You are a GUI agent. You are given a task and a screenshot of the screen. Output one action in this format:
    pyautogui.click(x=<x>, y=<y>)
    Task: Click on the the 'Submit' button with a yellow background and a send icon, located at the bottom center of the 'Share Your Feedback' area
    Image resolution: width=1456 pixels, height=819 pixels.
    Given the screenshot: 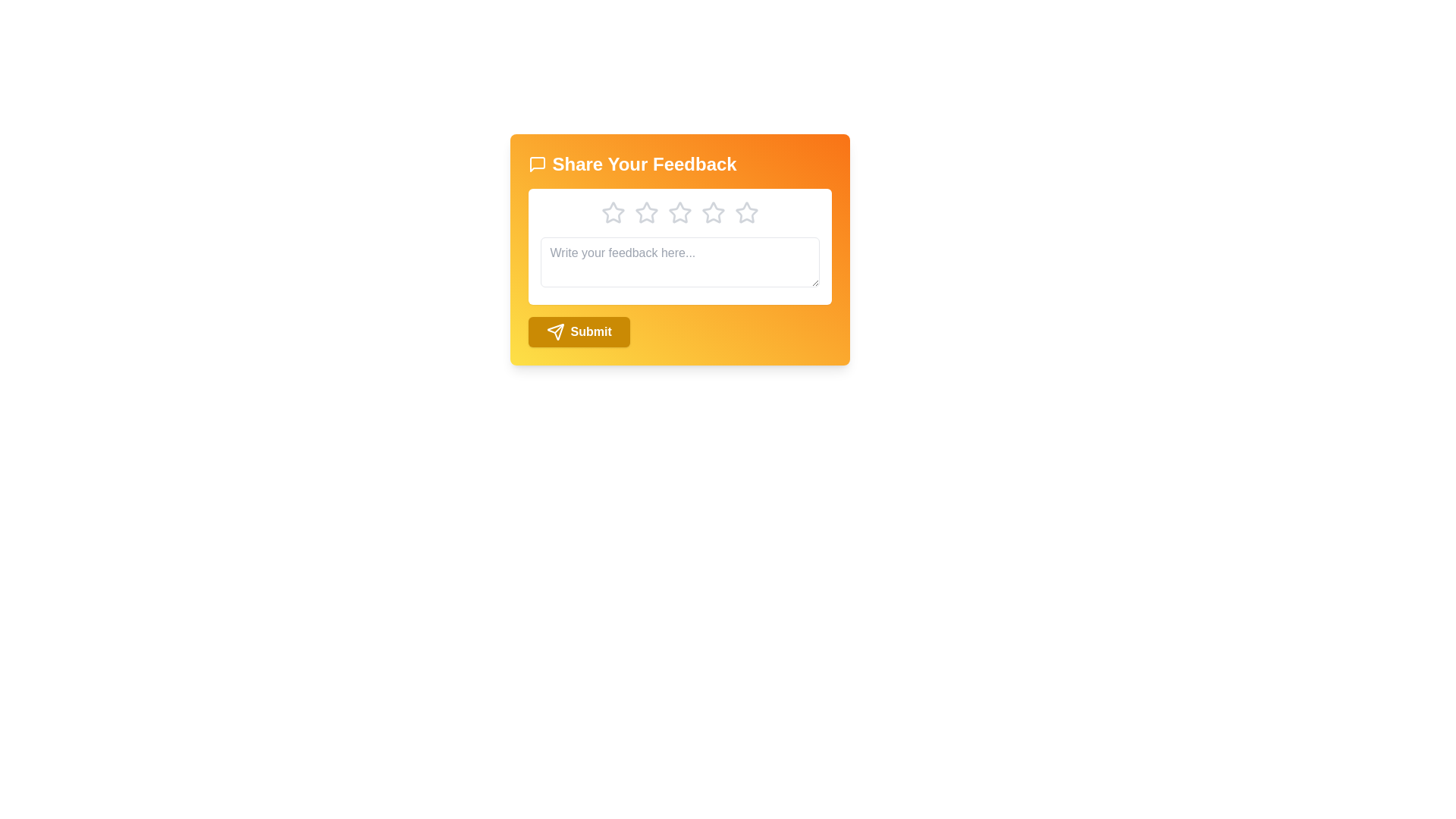 What is the action you would take?
    pyautogui.click(x=578, y=331)
    